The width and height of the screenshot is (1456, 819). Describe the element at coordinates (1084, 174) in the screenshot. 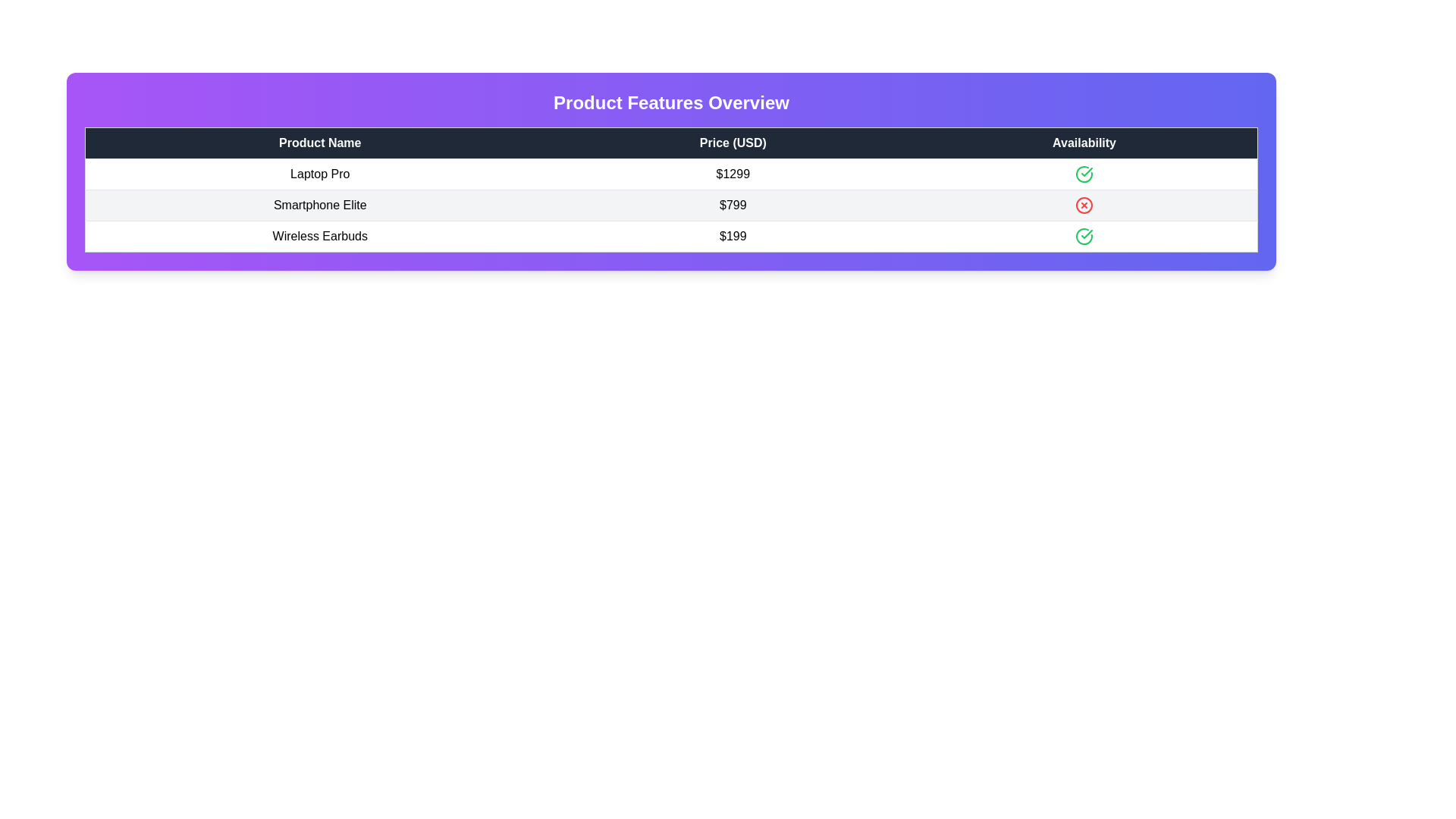

I see `the green circular availability icon with a checkmark located in the 'Availability' column of the 'Laptop Pro' row by moving to its center point` at that location.